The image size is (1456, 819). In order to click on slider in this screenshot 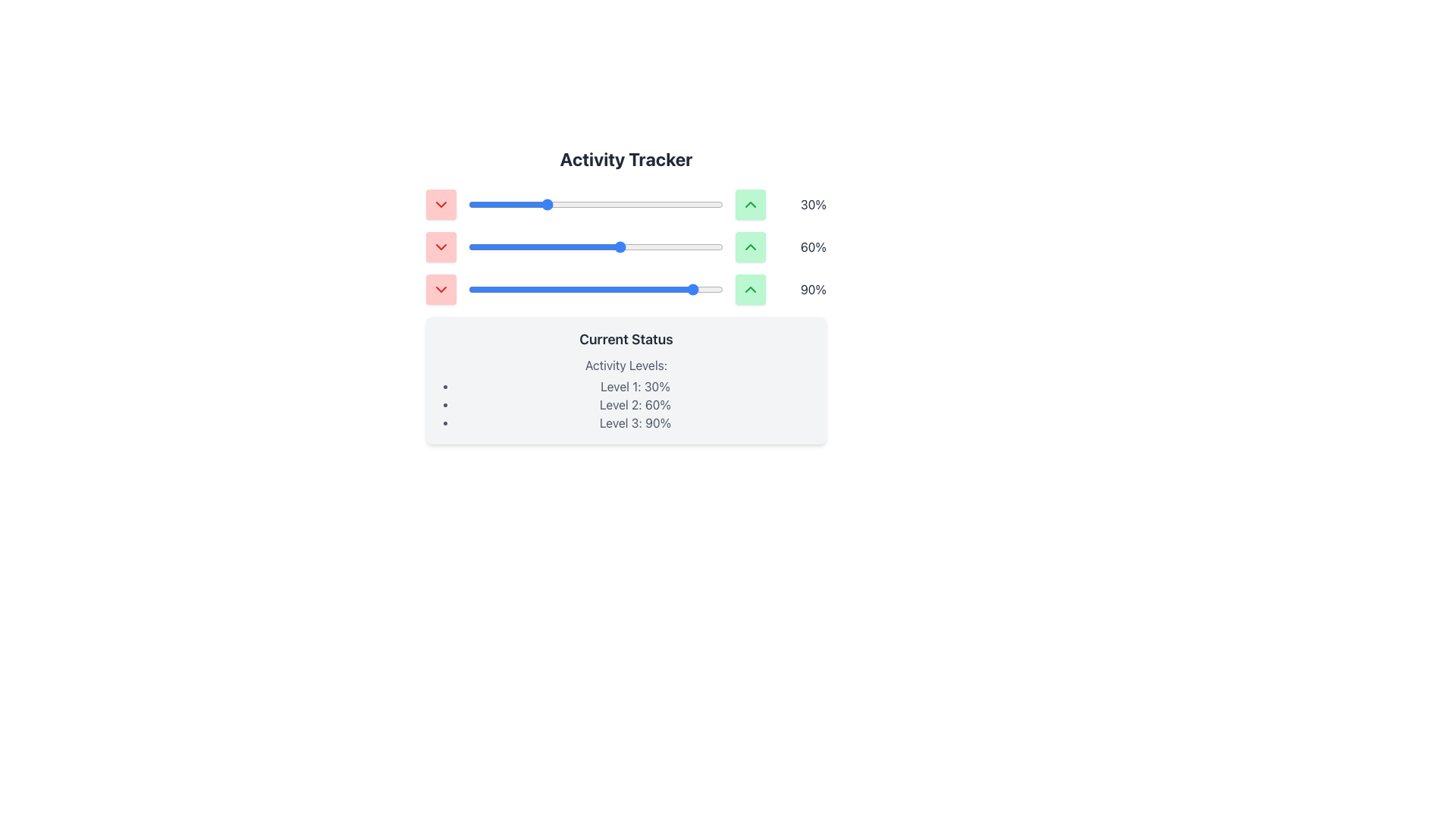, I will do `click(679, 205)`.